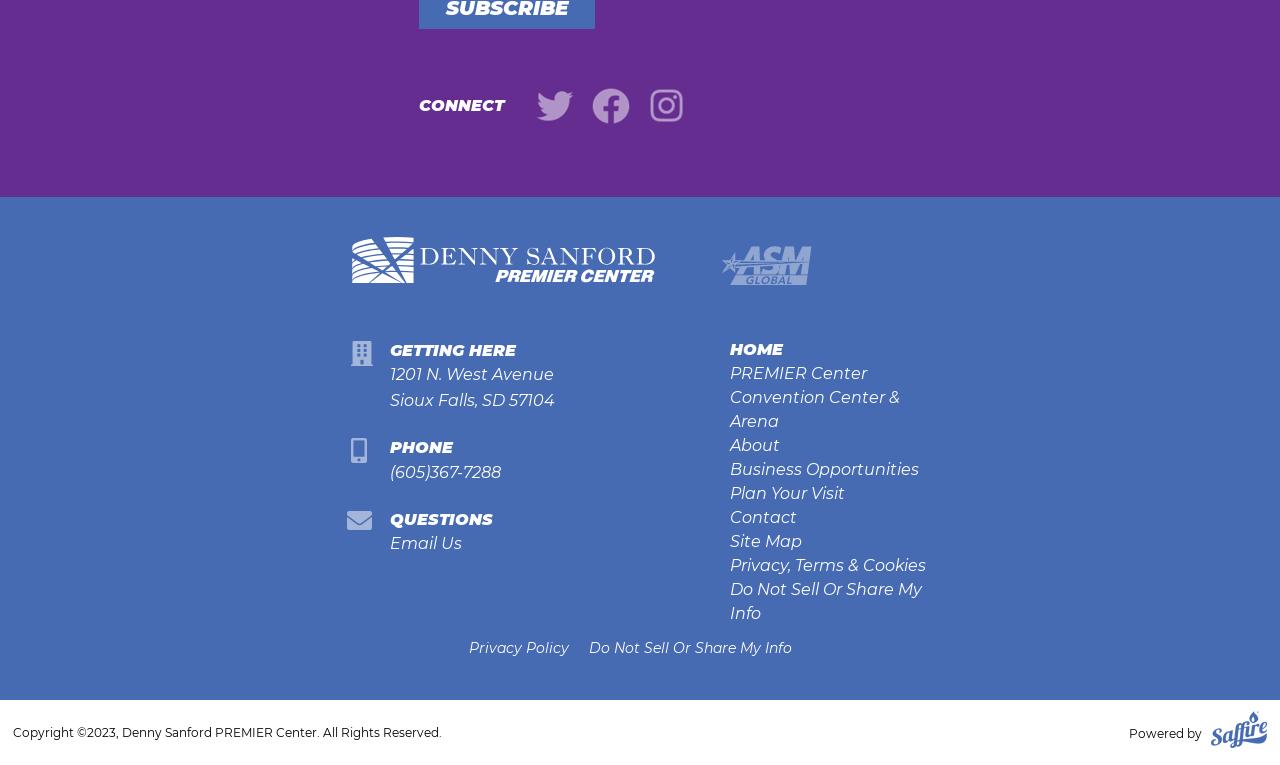  Describe the element at coordinates (764, 540) in the screenshot. I see `'Site Map'` at that location.